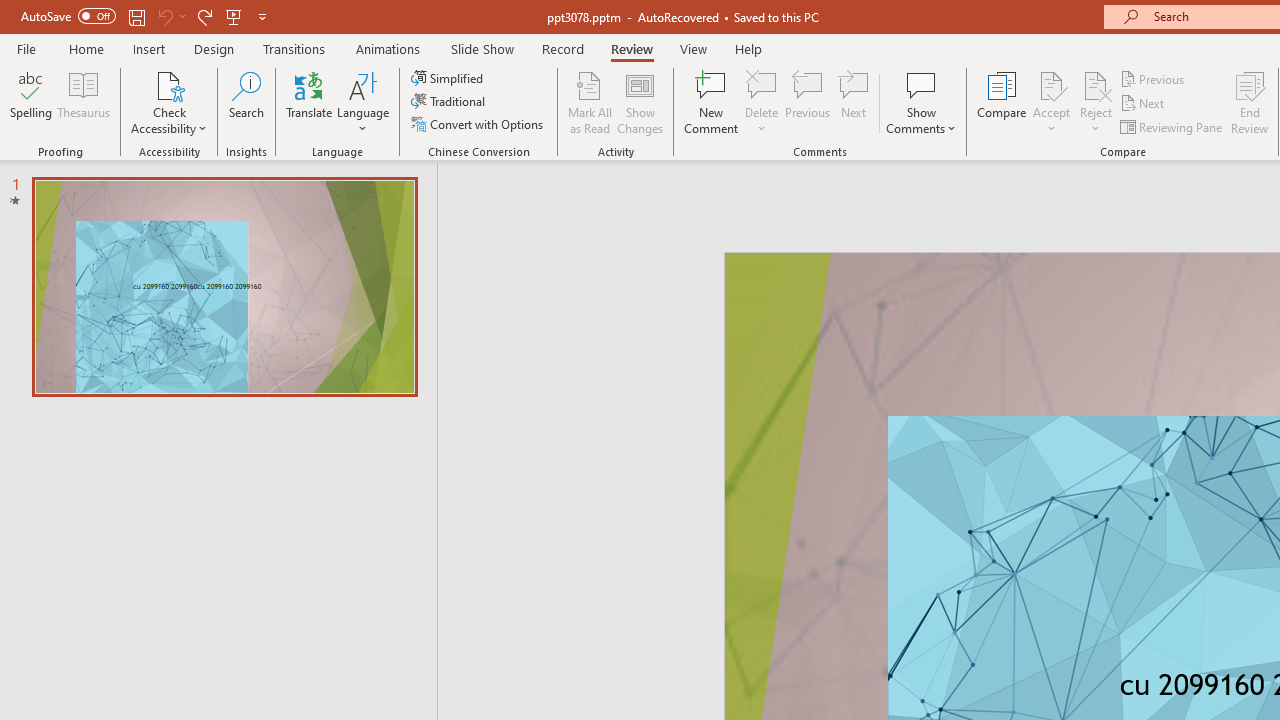  What do you see at coordinates (589, 103) in the screenshot?
I see `'Mark All as Read'` at bounding box center [589, 103].